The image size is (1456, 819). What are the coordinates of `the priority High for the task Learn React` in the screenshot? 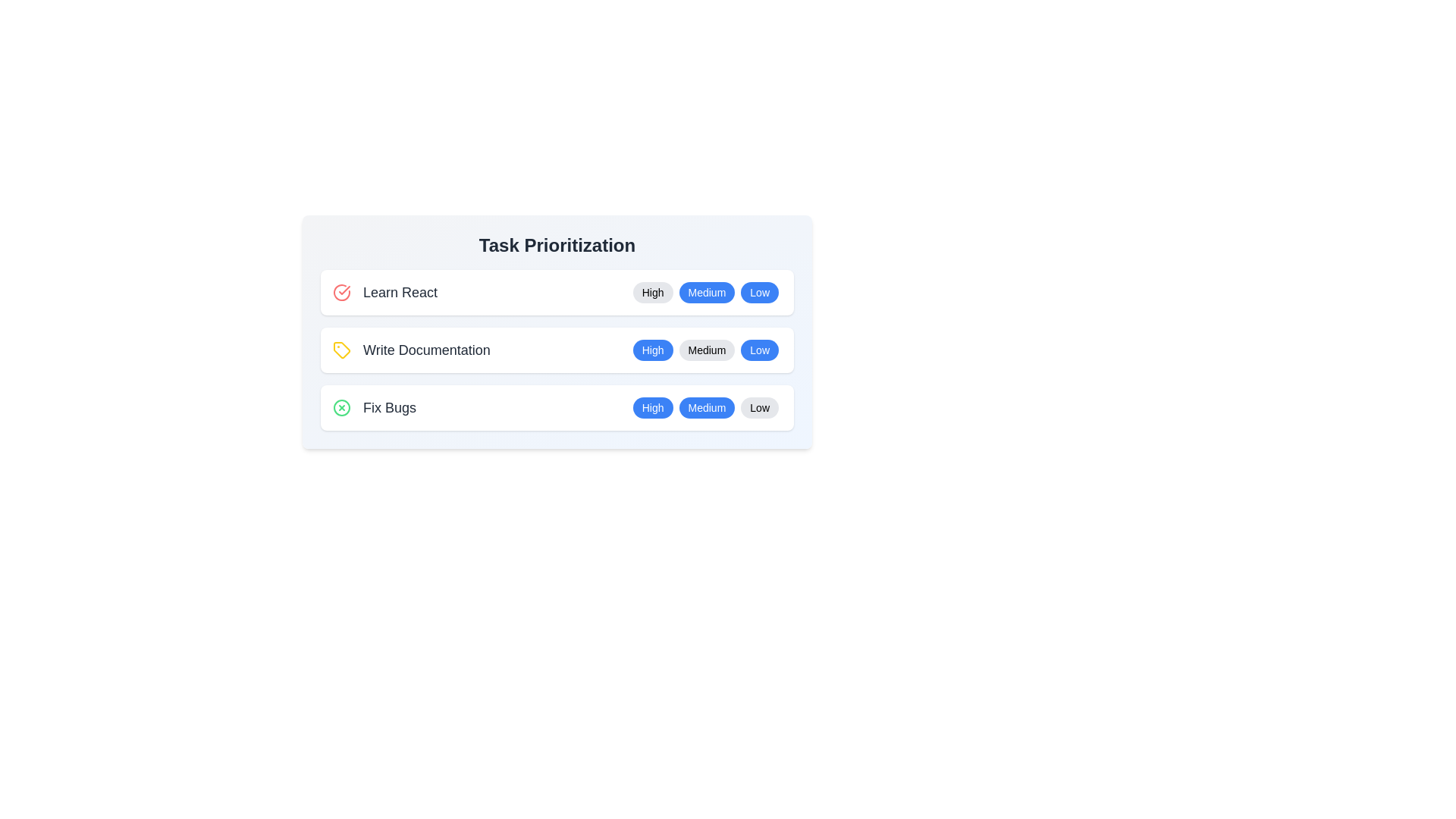 It's located at (652, 292).